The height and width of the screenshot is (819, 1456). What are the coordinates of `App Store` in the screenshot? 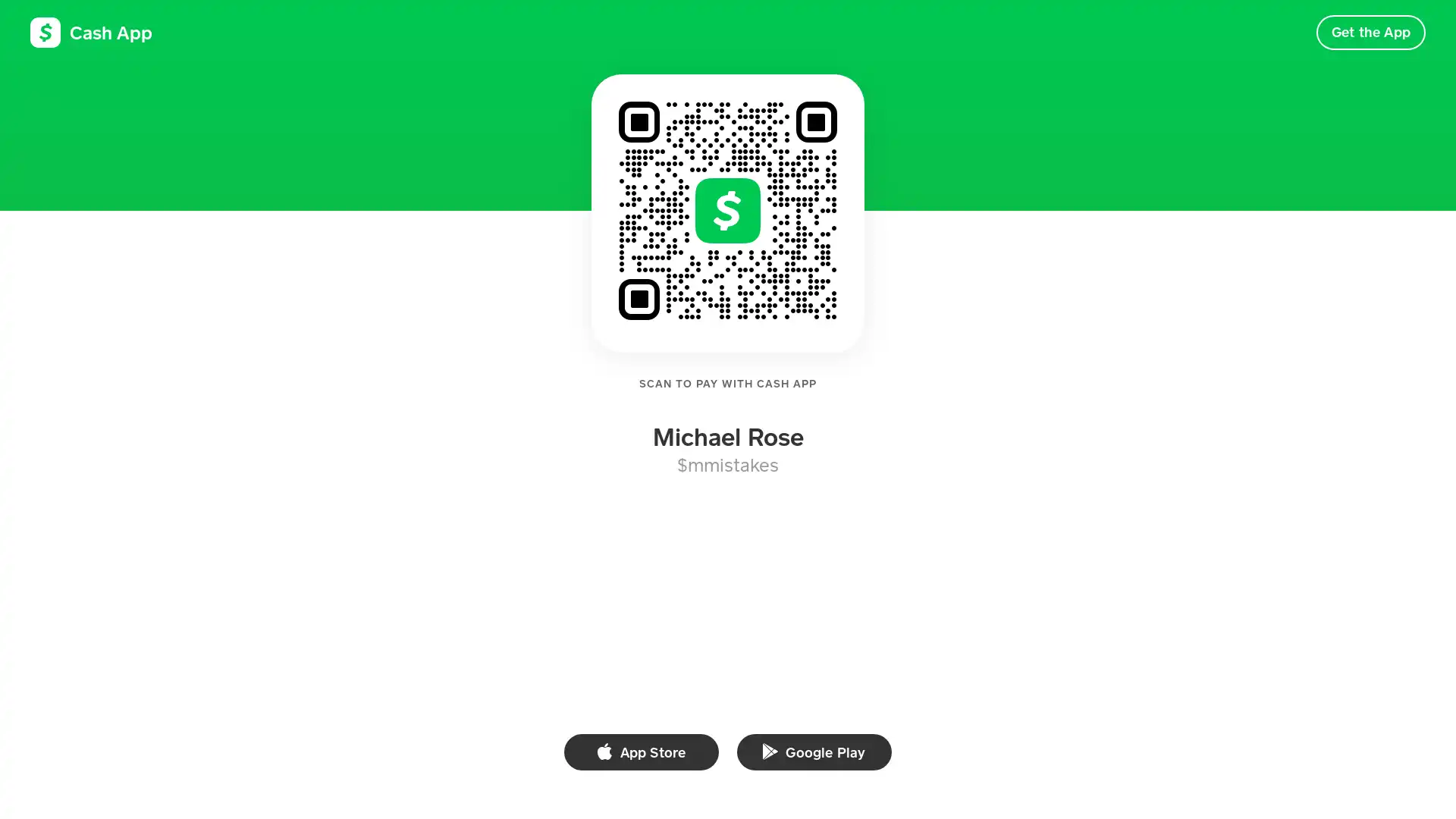 It's located at (641, 752).